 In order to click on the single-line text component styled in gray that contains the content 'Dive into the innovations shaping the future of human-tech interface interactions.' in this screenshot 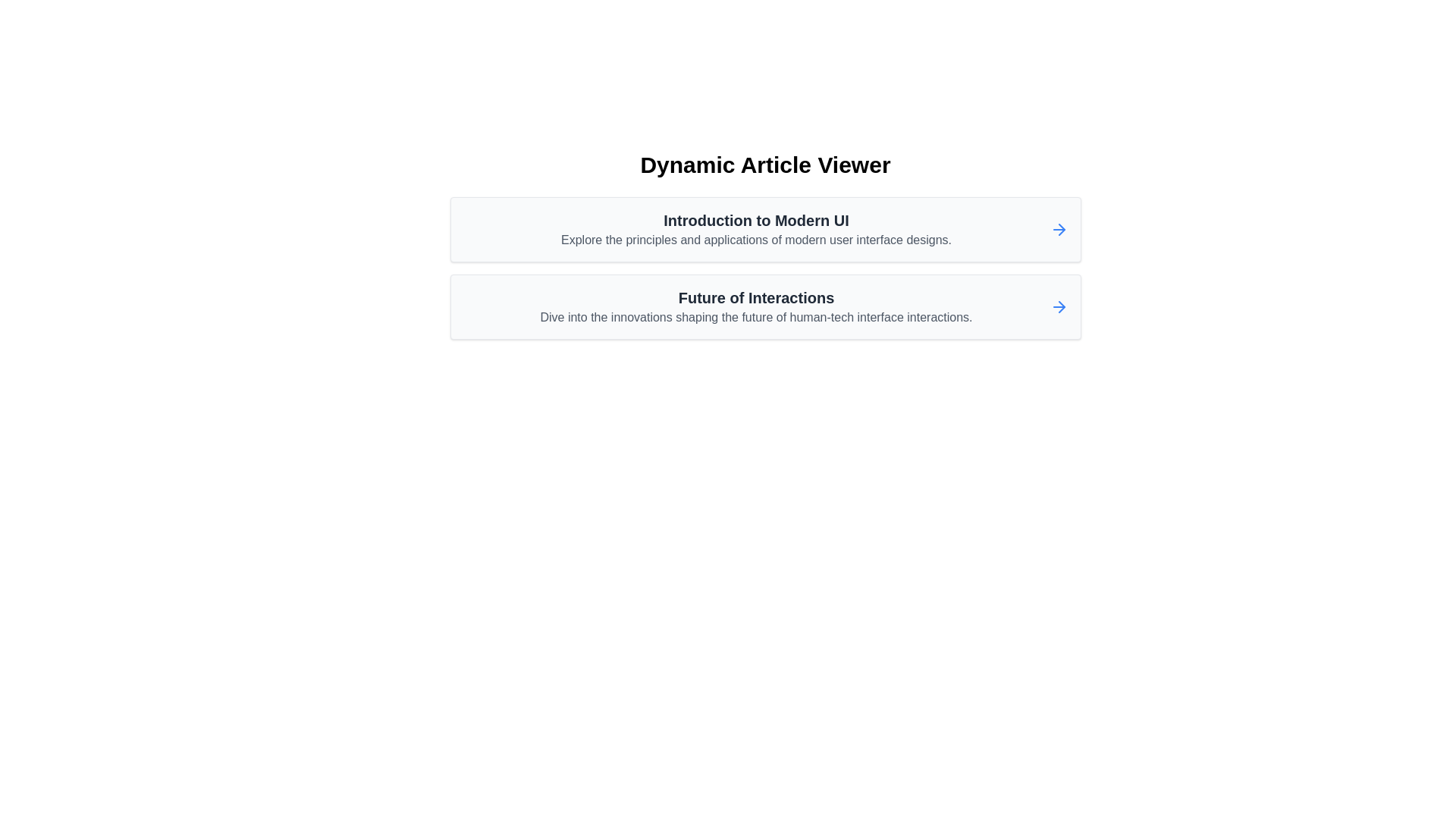, I will do `click(756, 317)`.